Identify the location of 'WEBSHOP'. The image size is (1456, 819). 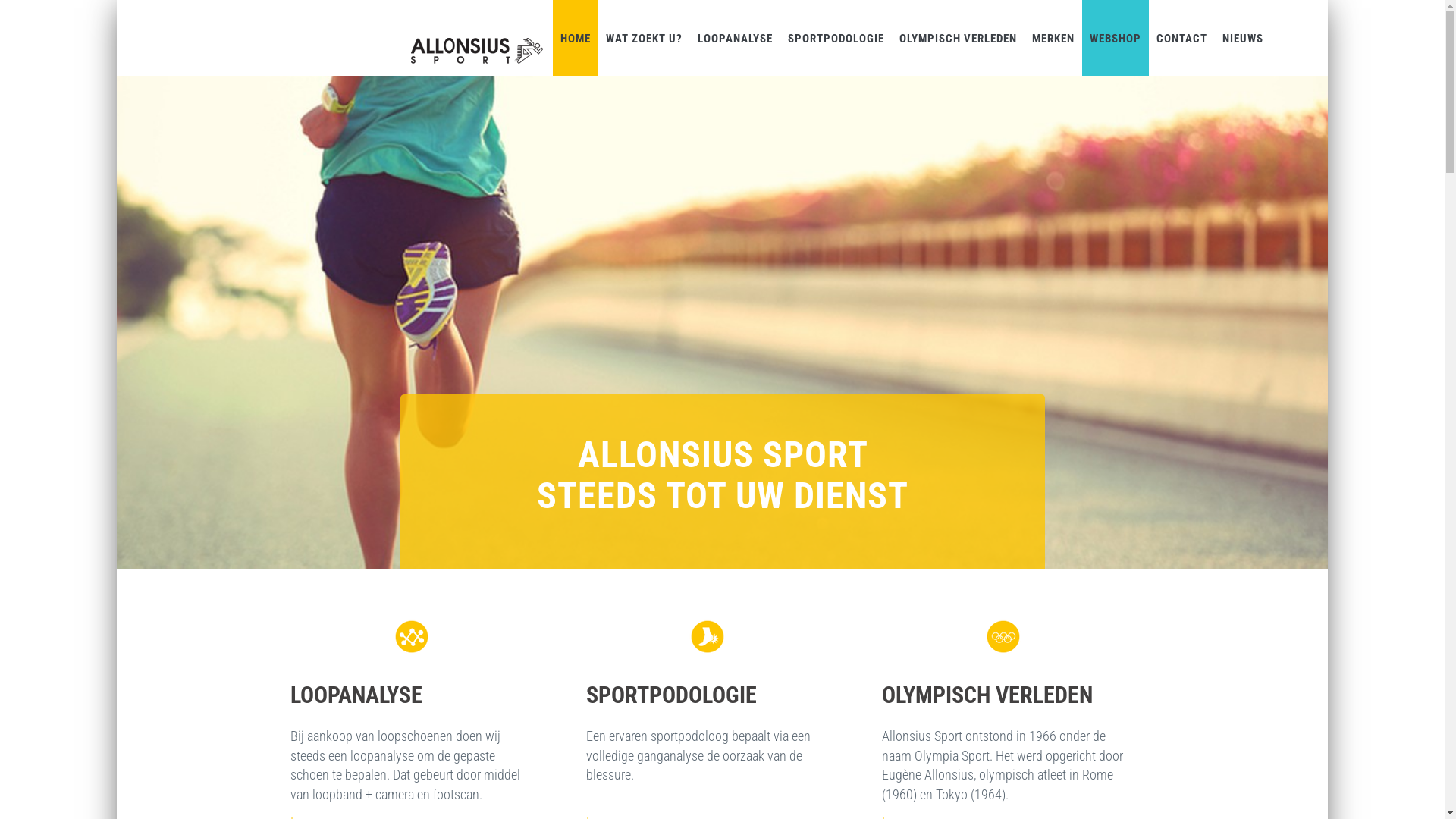
(1115, 37).